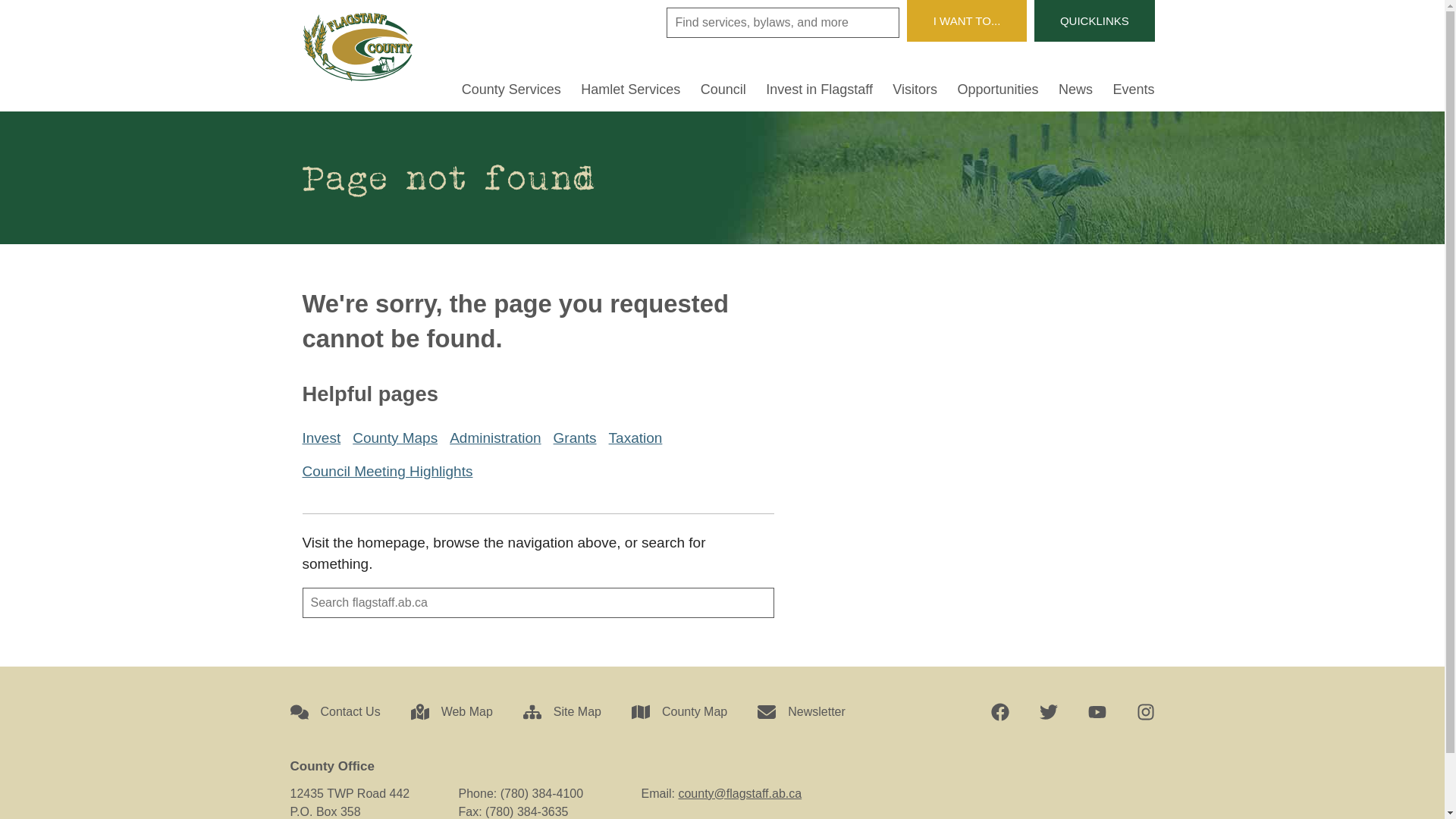  Describe the element at coordinates (1075, 93) in the screenshot. I see `'News'` at that location.